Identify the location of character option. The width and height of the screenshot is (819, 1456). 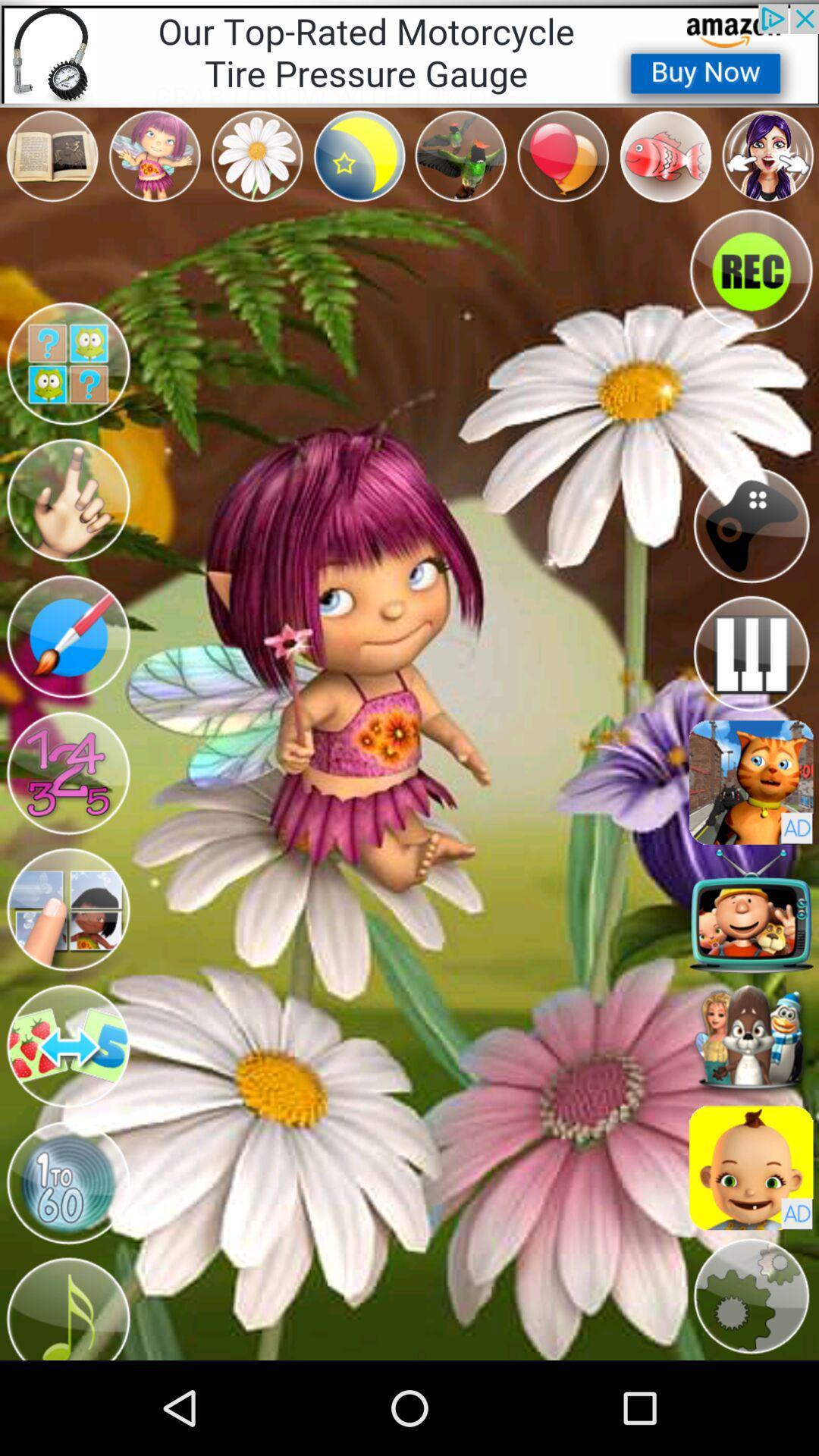
(67, 500).